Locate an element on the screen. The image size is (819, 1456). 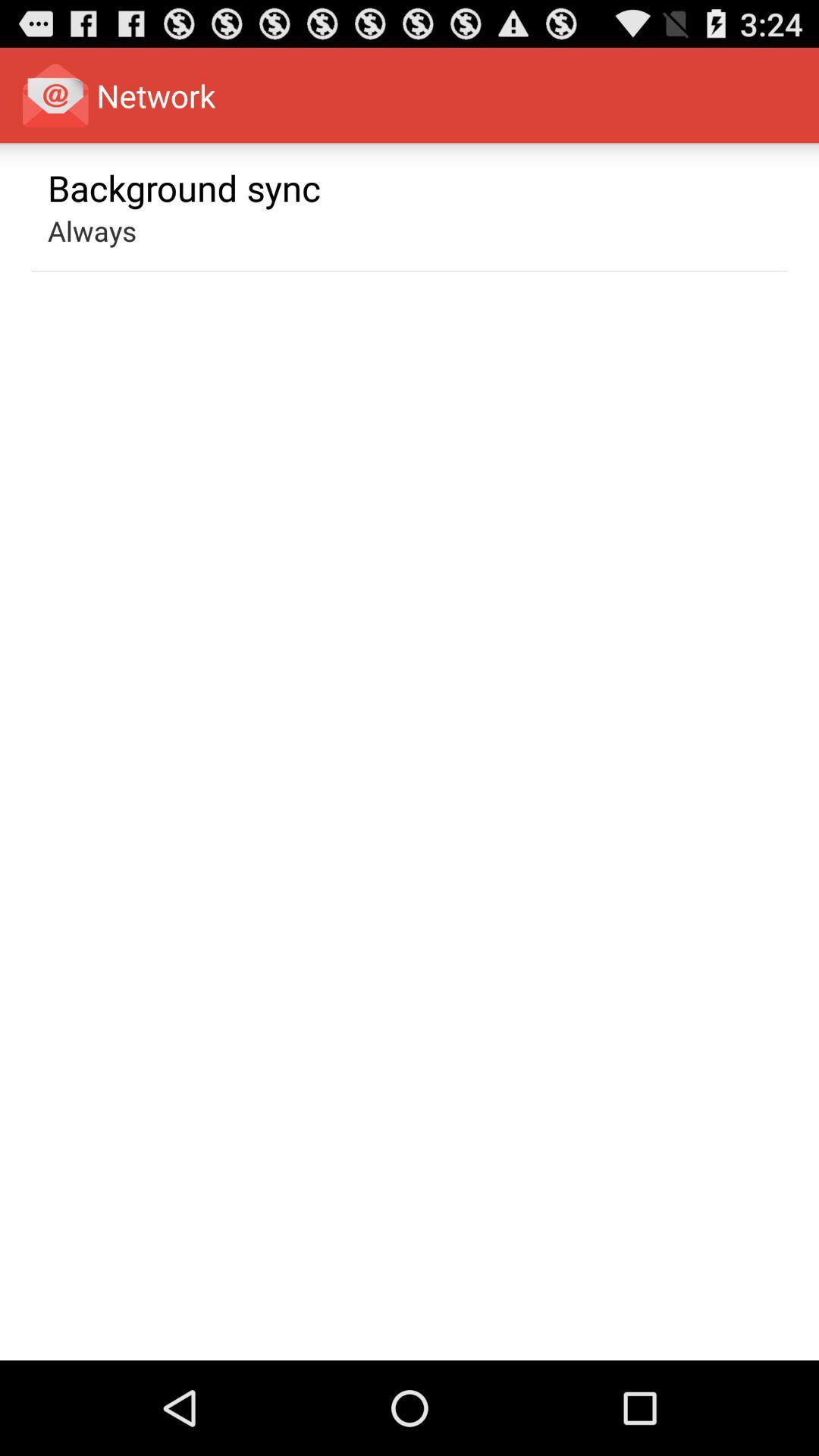
always is located at coordinates (92, 230).